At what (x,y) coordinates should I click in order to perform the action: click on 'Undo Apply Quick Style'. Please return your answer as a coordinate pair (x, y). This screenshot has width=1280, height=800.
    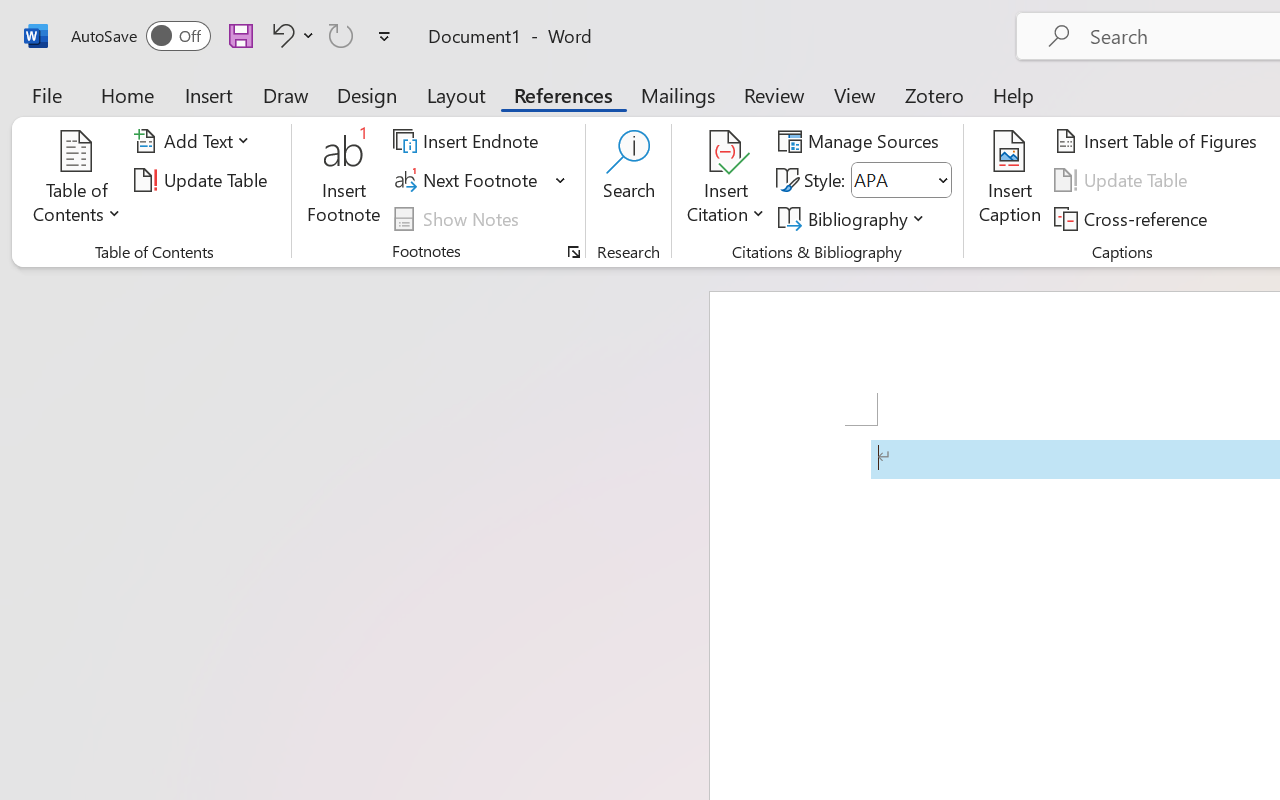
    Looking at the image, I should click on (289, 34).